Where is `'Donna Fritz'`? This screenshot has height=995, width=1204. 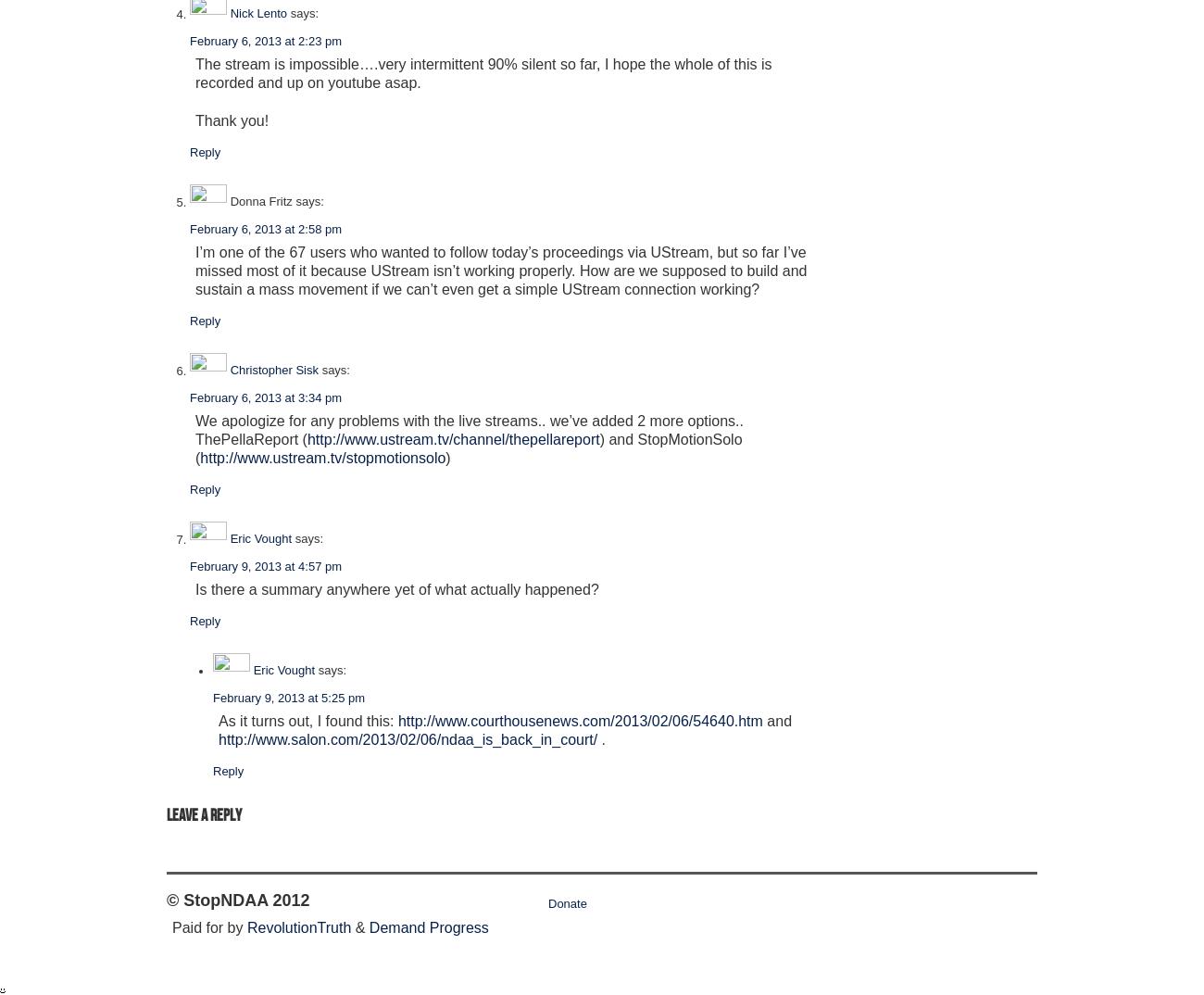 'Donna Fritz' is located at coordinates (260, 200).